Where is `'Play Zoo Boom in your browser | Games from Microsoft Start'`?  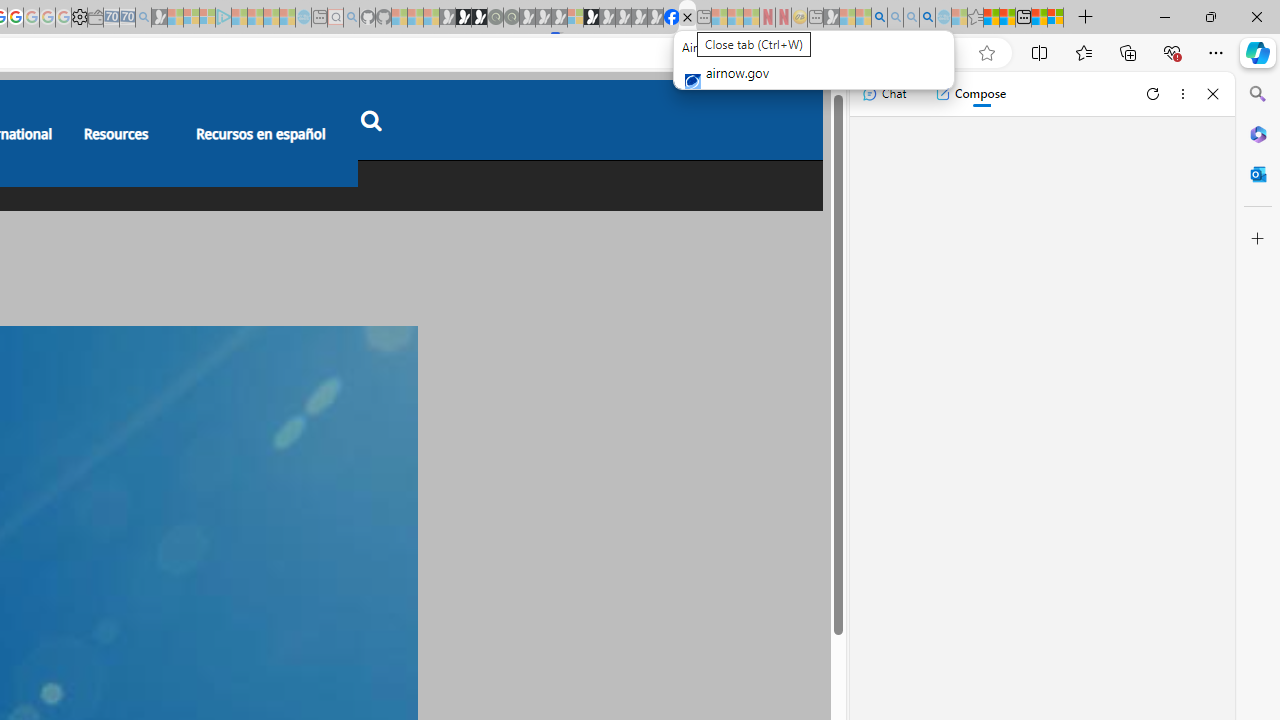 'Play Zoo Boom in your browser | Games from Microsoft Start' is located at coordinates (462, 17).